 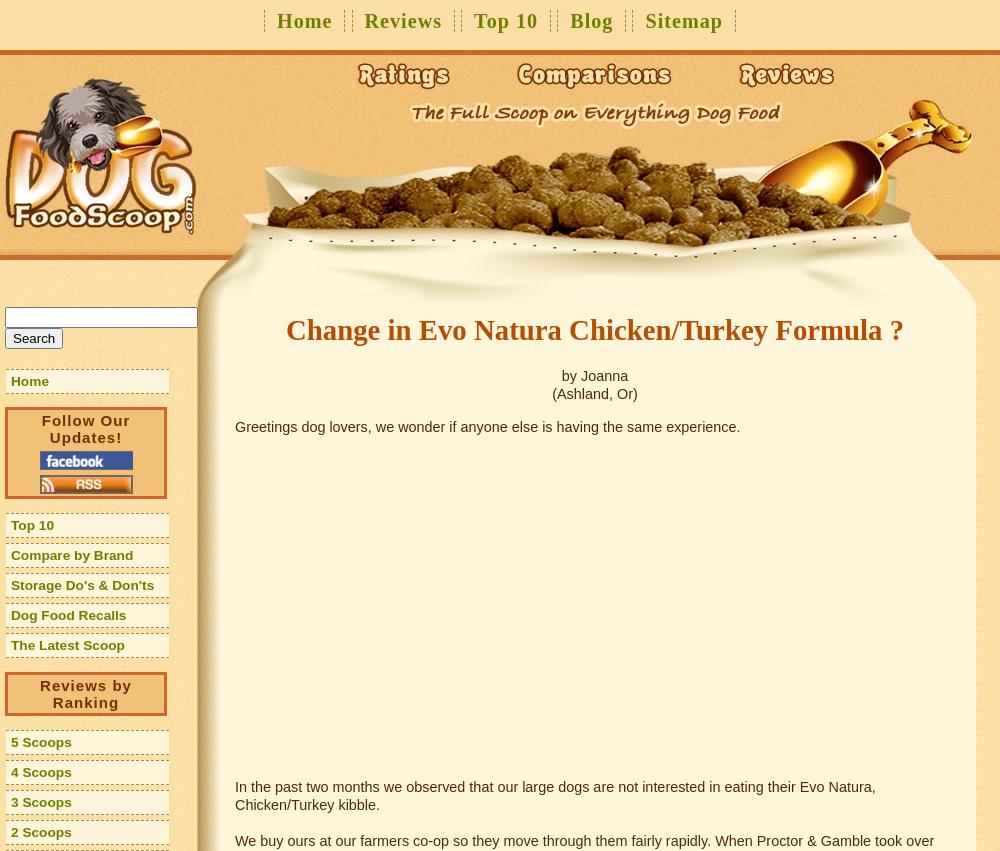 I want to click on 'Reviews by Ranking', so click(x=40, y=693).